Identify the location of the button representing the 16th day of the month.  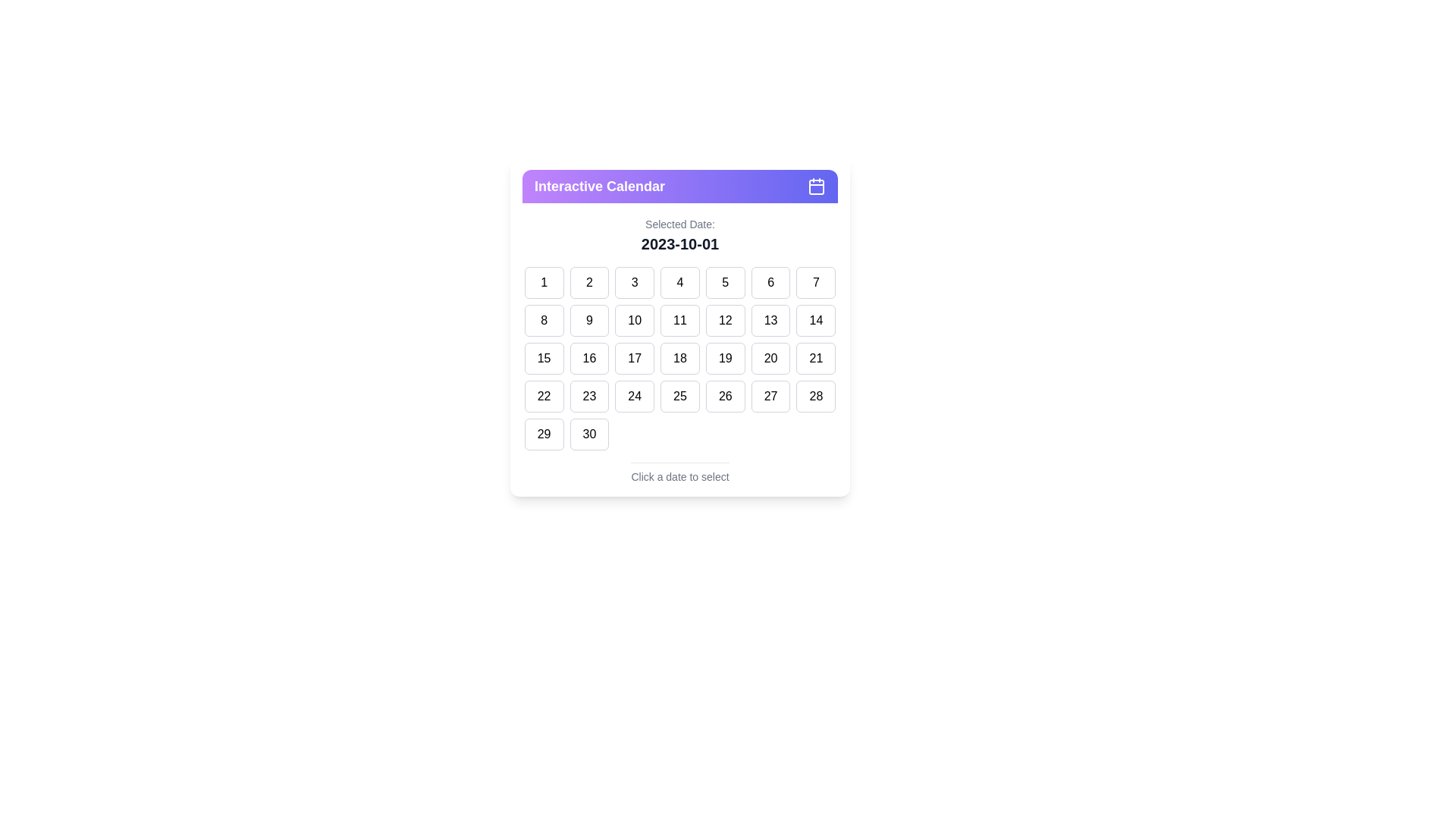
(588, 359).